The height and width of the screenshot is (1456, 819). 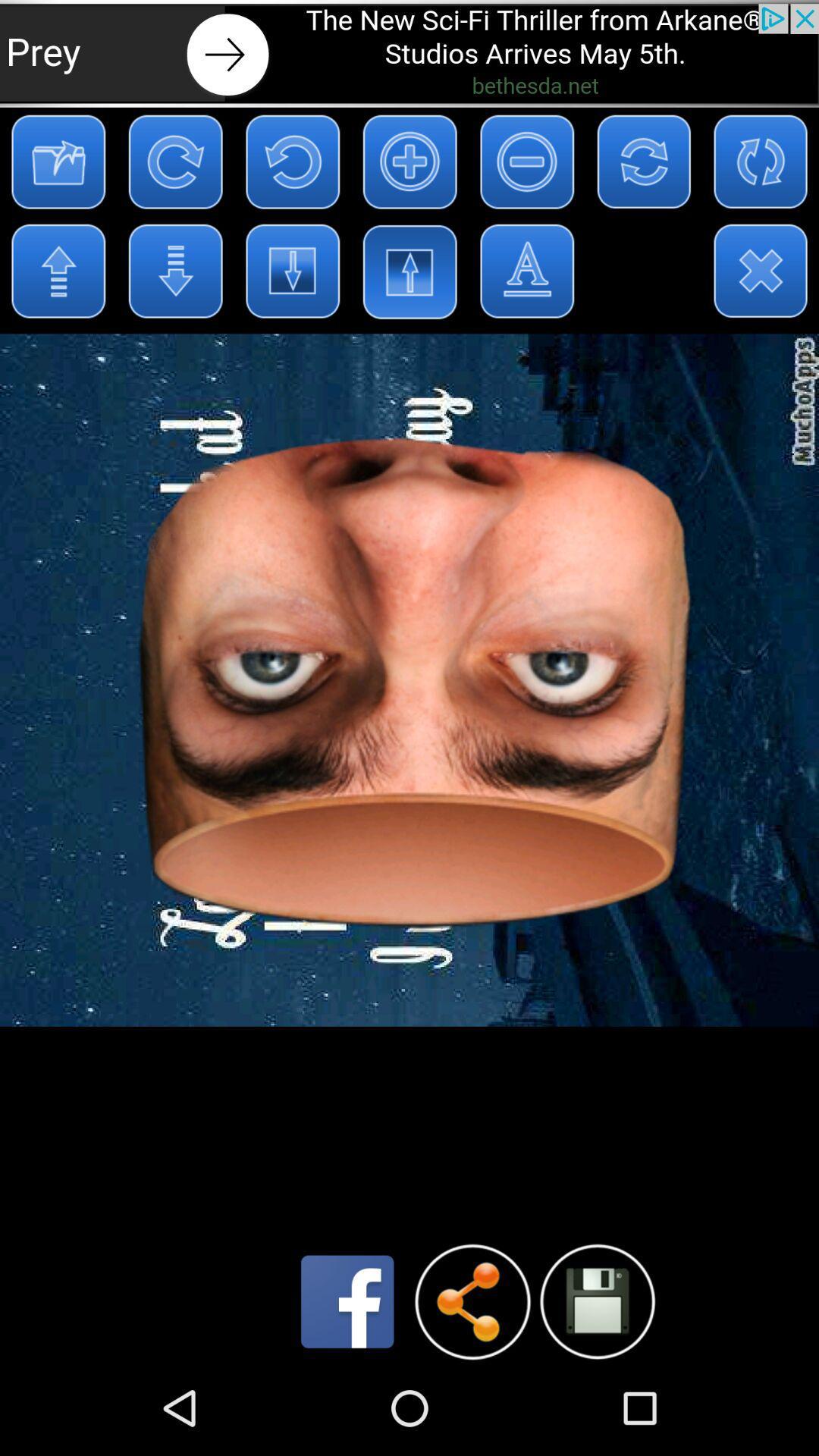 I want to click on setting option, so click(x=596, y=1301).